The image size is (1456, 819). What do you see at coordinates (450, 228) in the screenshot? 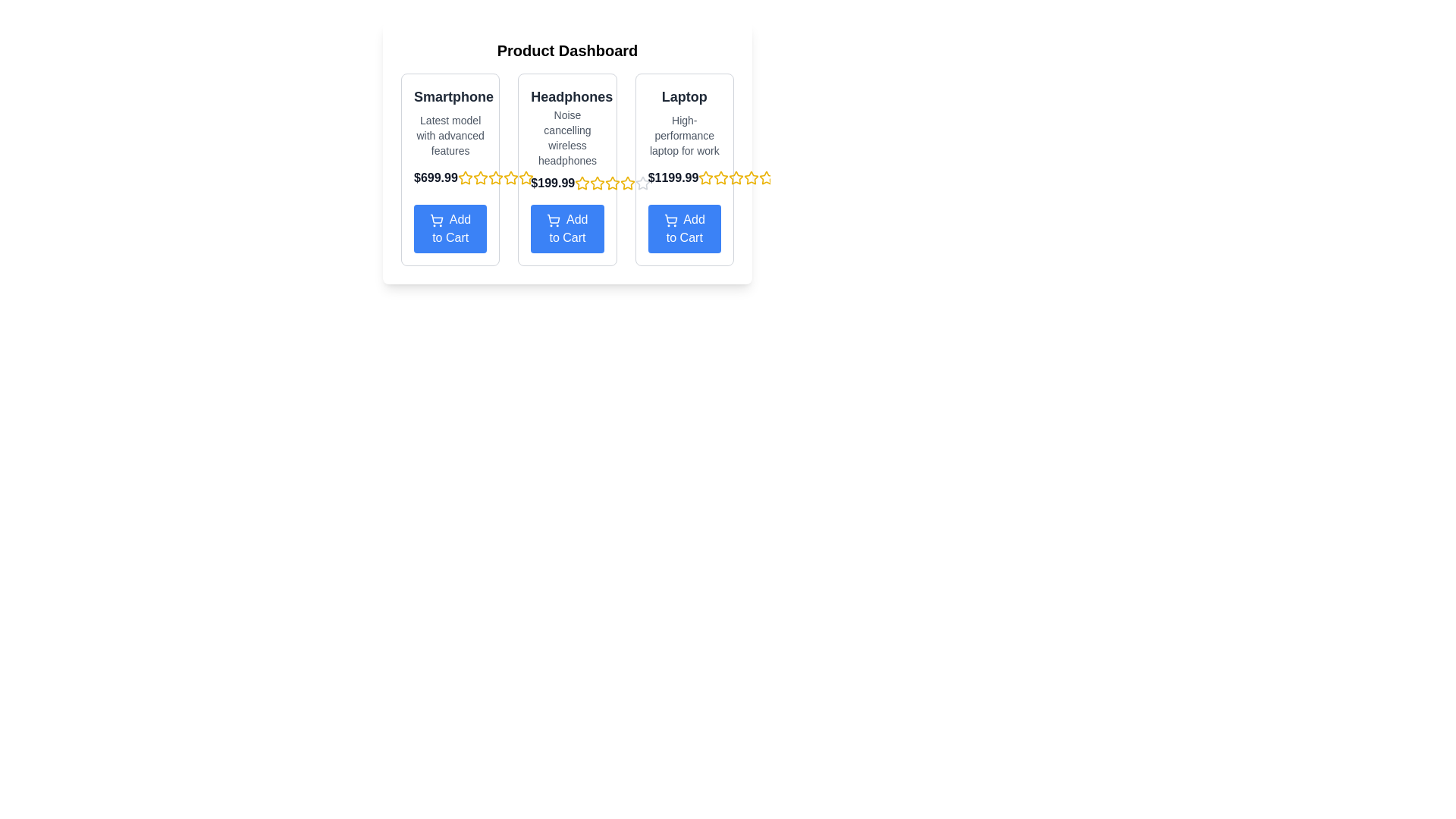
I see `the call-to-action button located at the bottom of the product card, which allows users to add the product to their shopping cart` at bounding box center [450, 228].